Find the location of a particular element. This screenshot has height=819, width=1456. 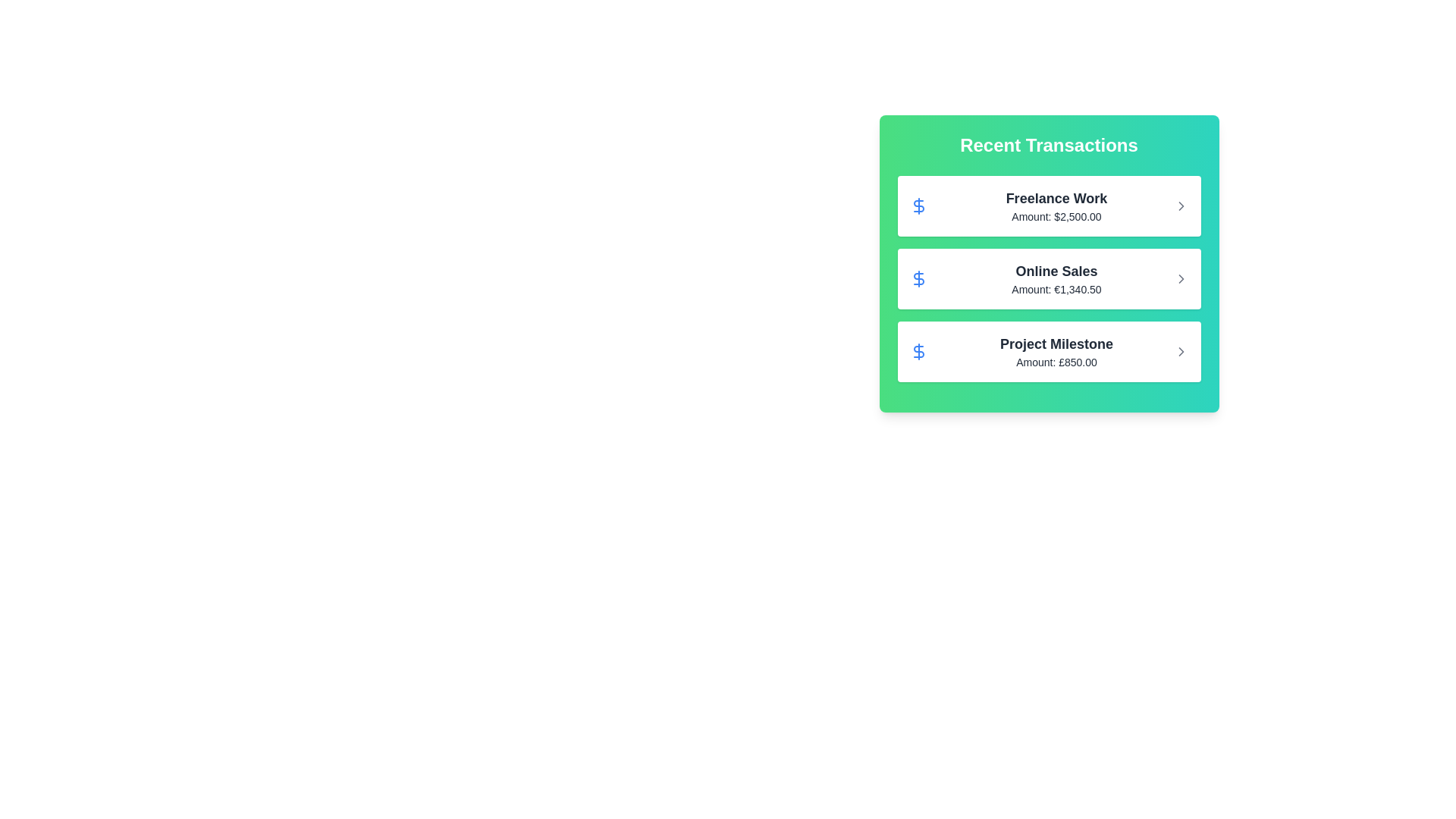

the icons contained within the 'Online Sales' Information card, which summarizes a transaction of €1,340.50, located in the green 'Recent Transactions' panel as the second card in the vertical list is located at coordinates (1048, 278).